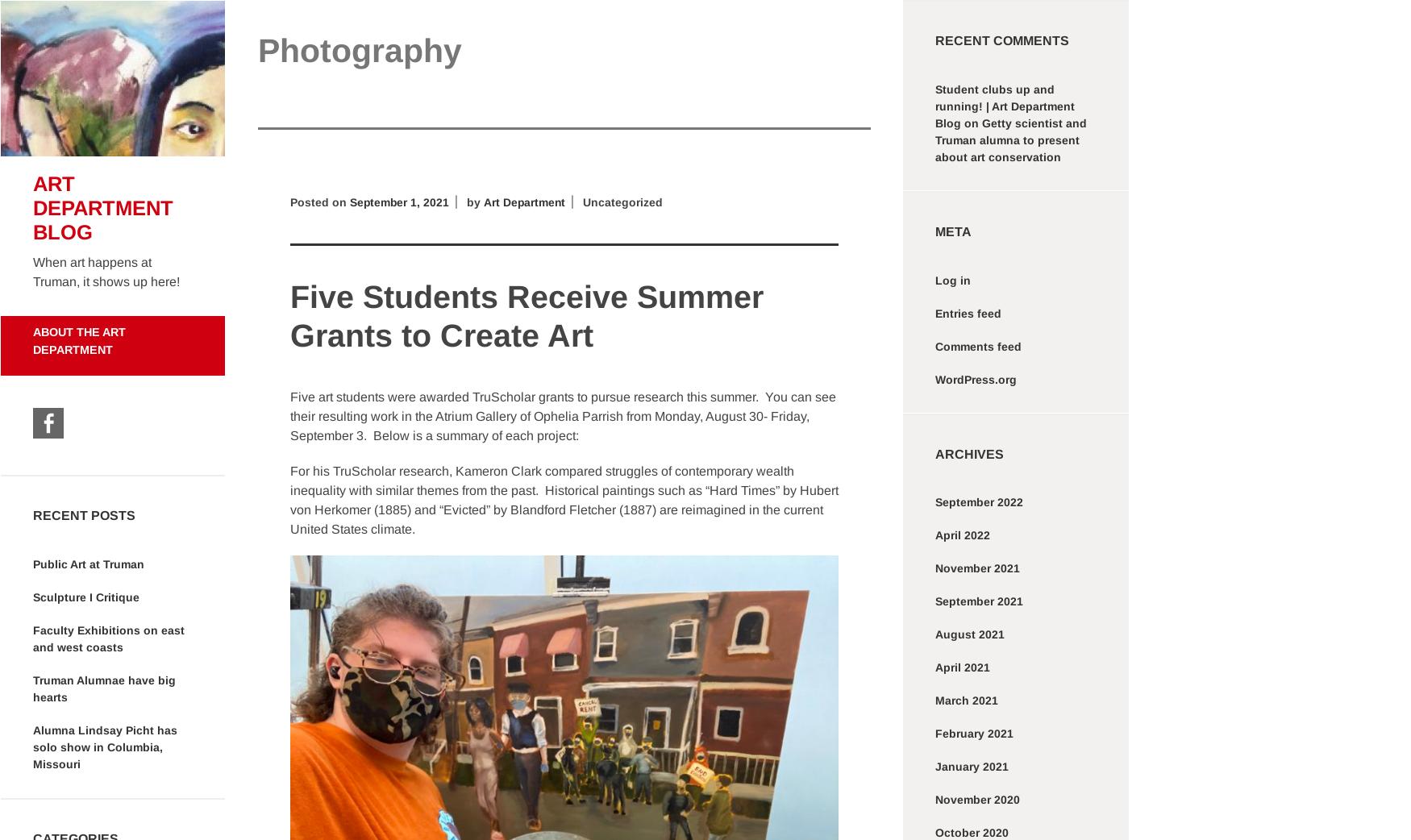 The height and width of the screenshot is (840, 1411). I want to click on 'Entries feed', so click(968, 312).